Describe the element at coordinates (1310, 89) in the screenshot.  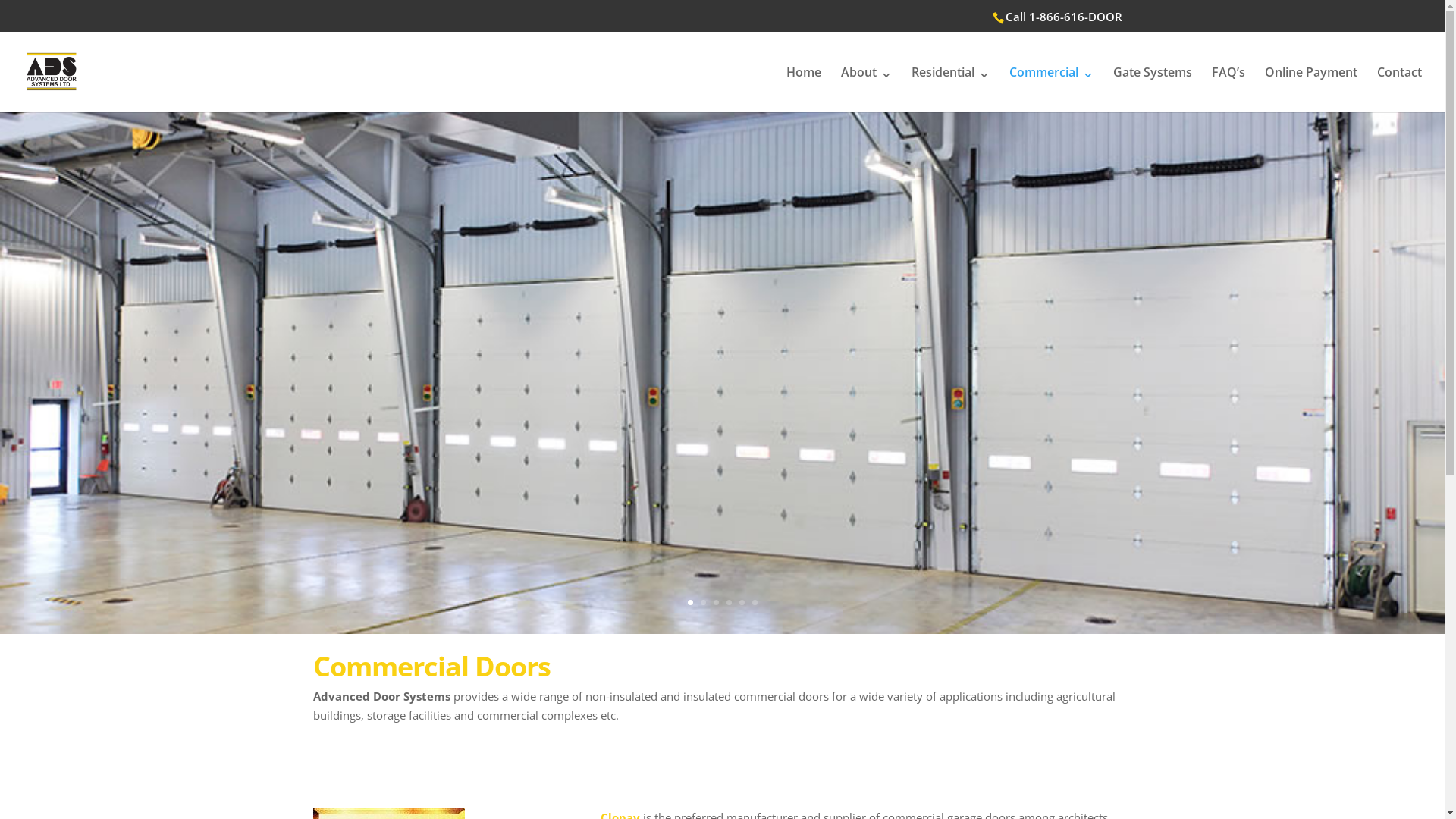
I see `'Online Payment'` at that location.